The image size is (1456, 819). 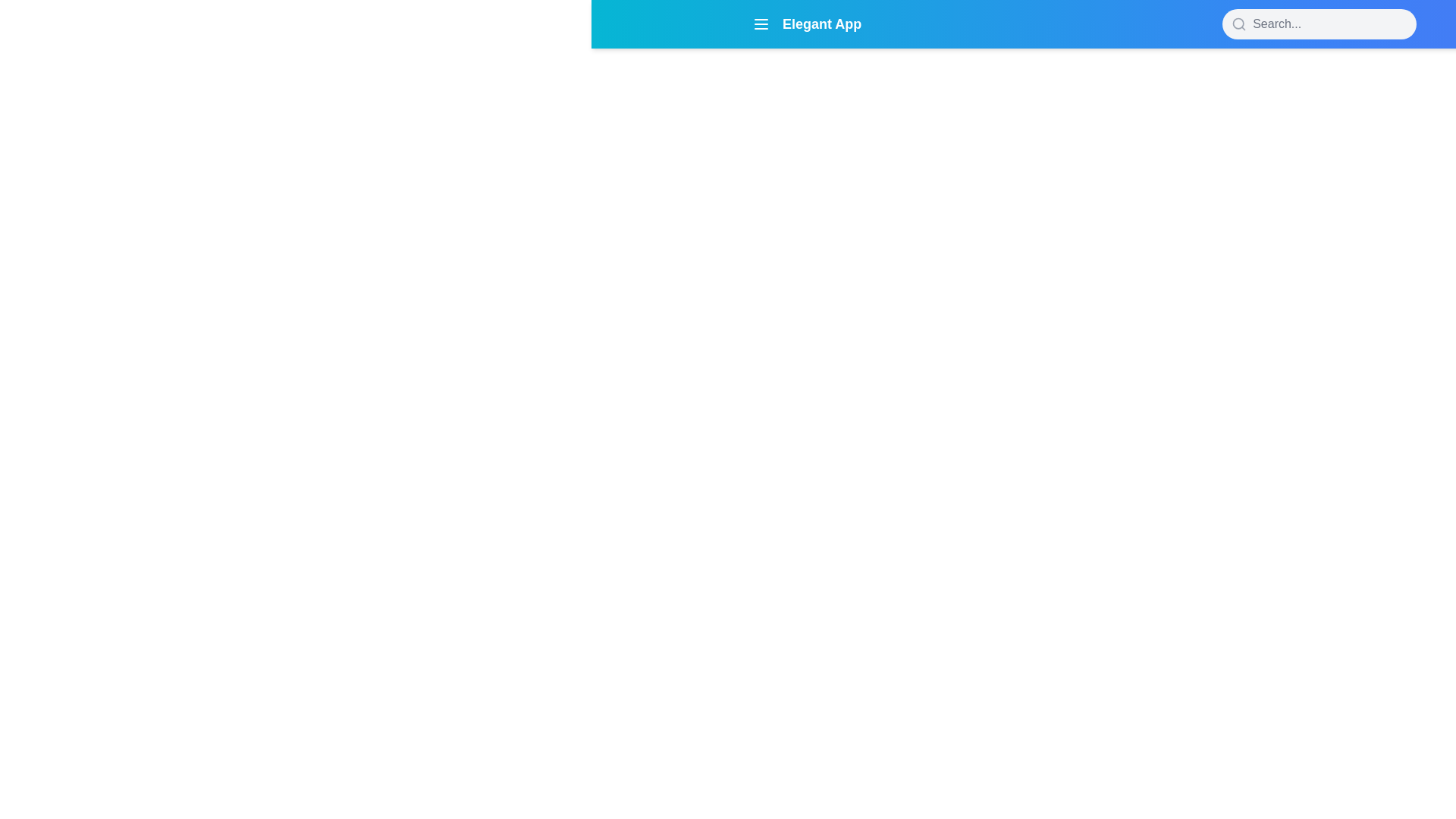 What do you see at coordinates (806, 24) in the screenshot?
I see `the 'Elegant App' text label displayed in bold font, which is located next to the menu icon with three horizontal lines on the left side of the top navigation bar` at bounding box center [806, 24].